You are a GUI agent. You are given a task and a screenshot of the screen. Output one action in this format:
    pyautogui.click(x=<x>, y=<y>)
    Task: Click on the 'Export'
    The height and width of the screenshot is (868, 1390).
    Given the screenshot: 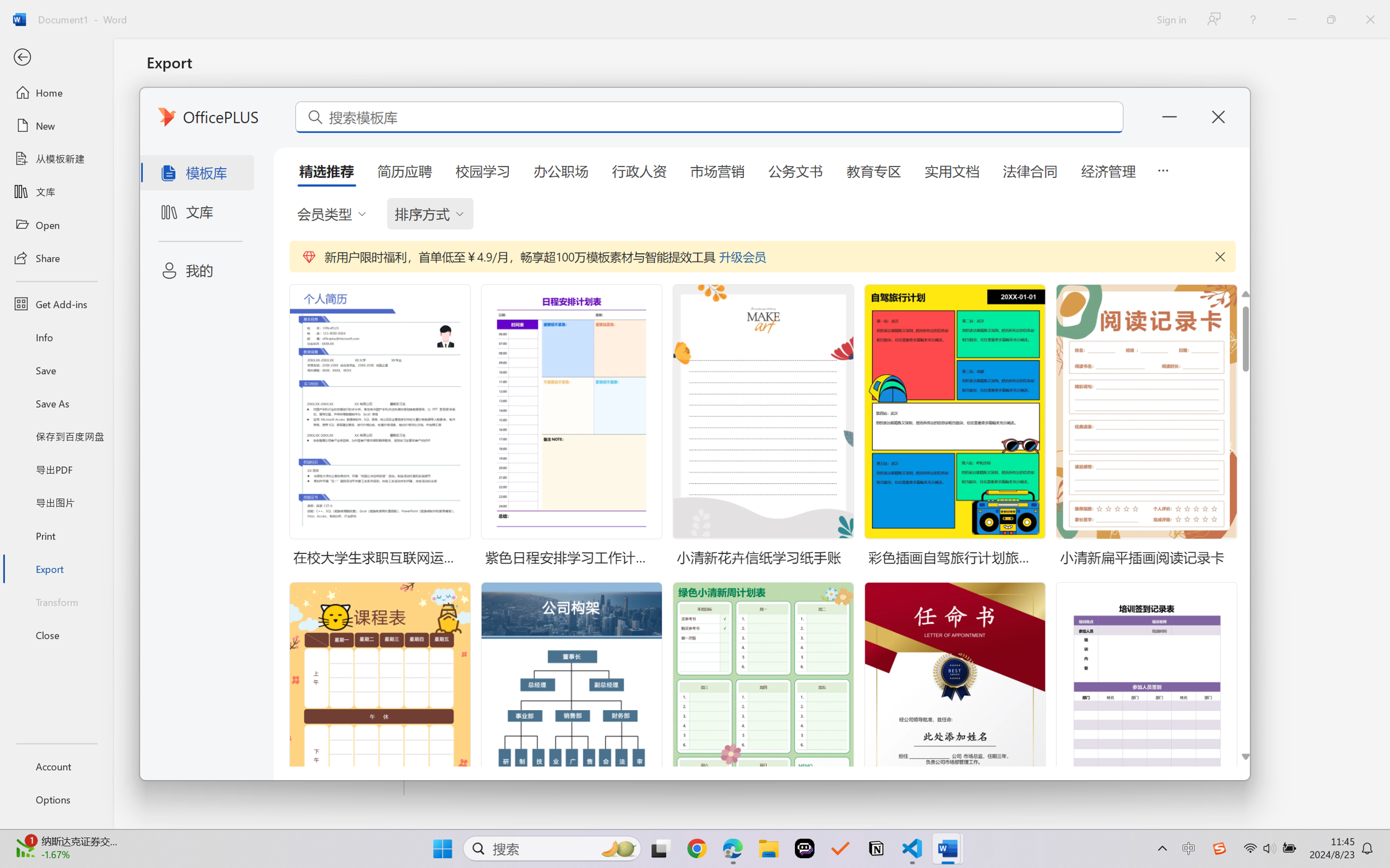 What is the action you would take?
    pyautogui.click(x=56, y=568)
    